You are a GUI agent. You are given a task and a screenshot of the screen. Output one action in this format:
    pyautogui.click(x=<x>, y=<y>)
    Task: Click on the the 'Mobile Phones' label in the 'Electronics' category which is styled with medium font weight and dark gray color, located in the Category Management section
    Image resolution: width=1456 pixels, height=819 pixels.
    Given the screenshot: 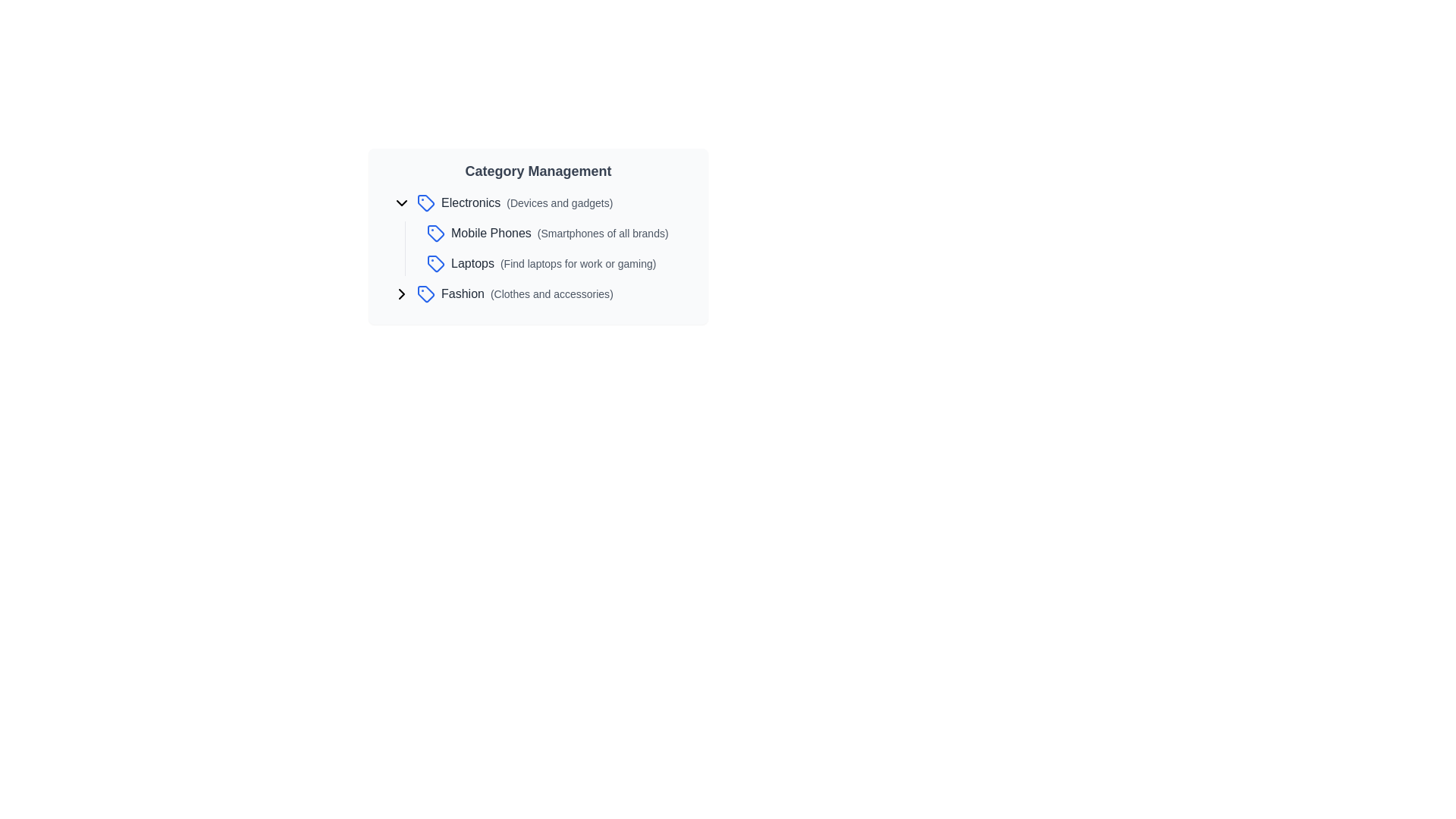 What is the action you would take?
    pyautogui.click(x=559, y=234)
    